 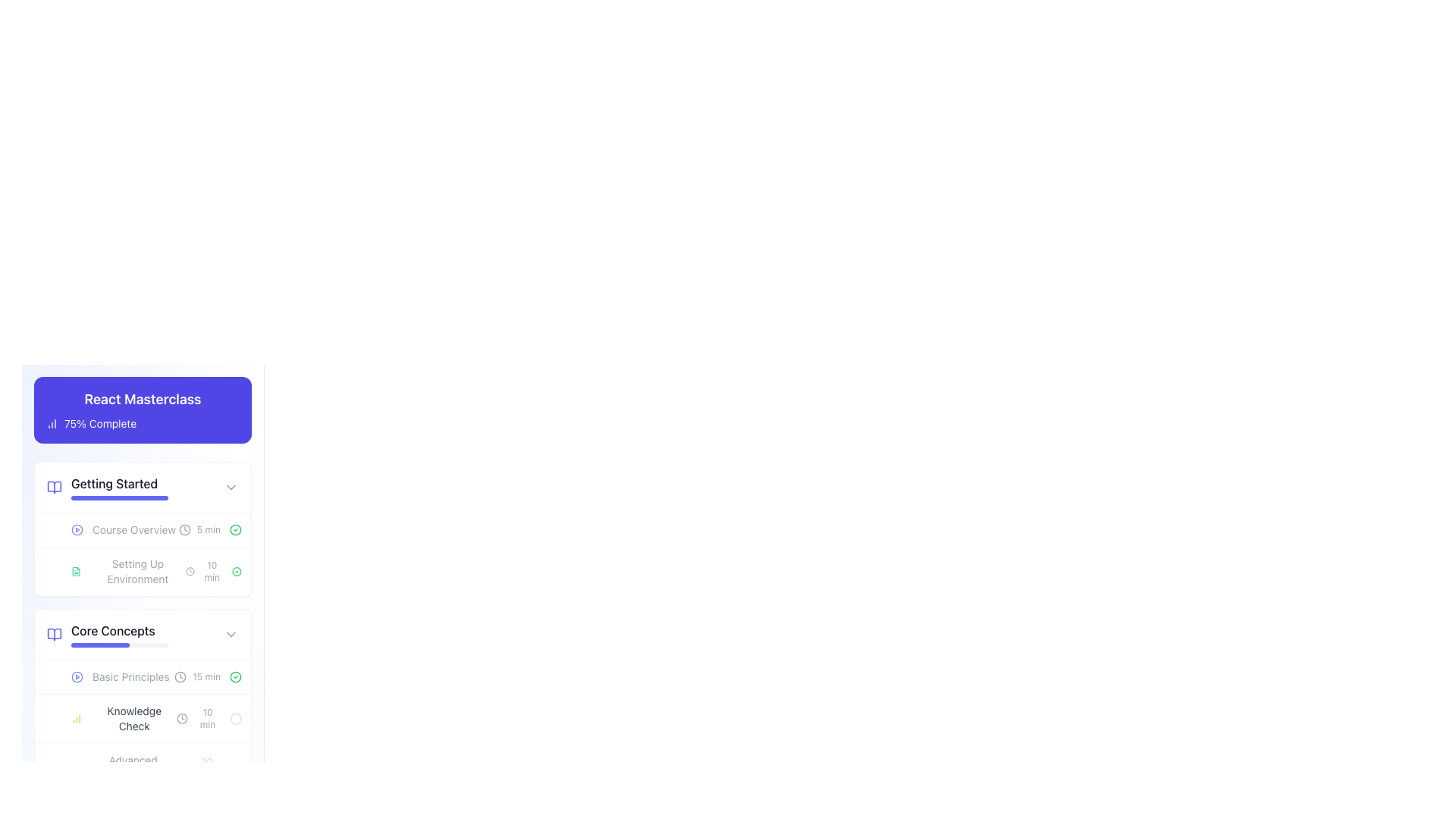 I want to click on the time-related Text label with an associated icon indicating the duration for the 'Knowledge Check' activity in the 'Core Concepts' section, so click(x=209, y=718).